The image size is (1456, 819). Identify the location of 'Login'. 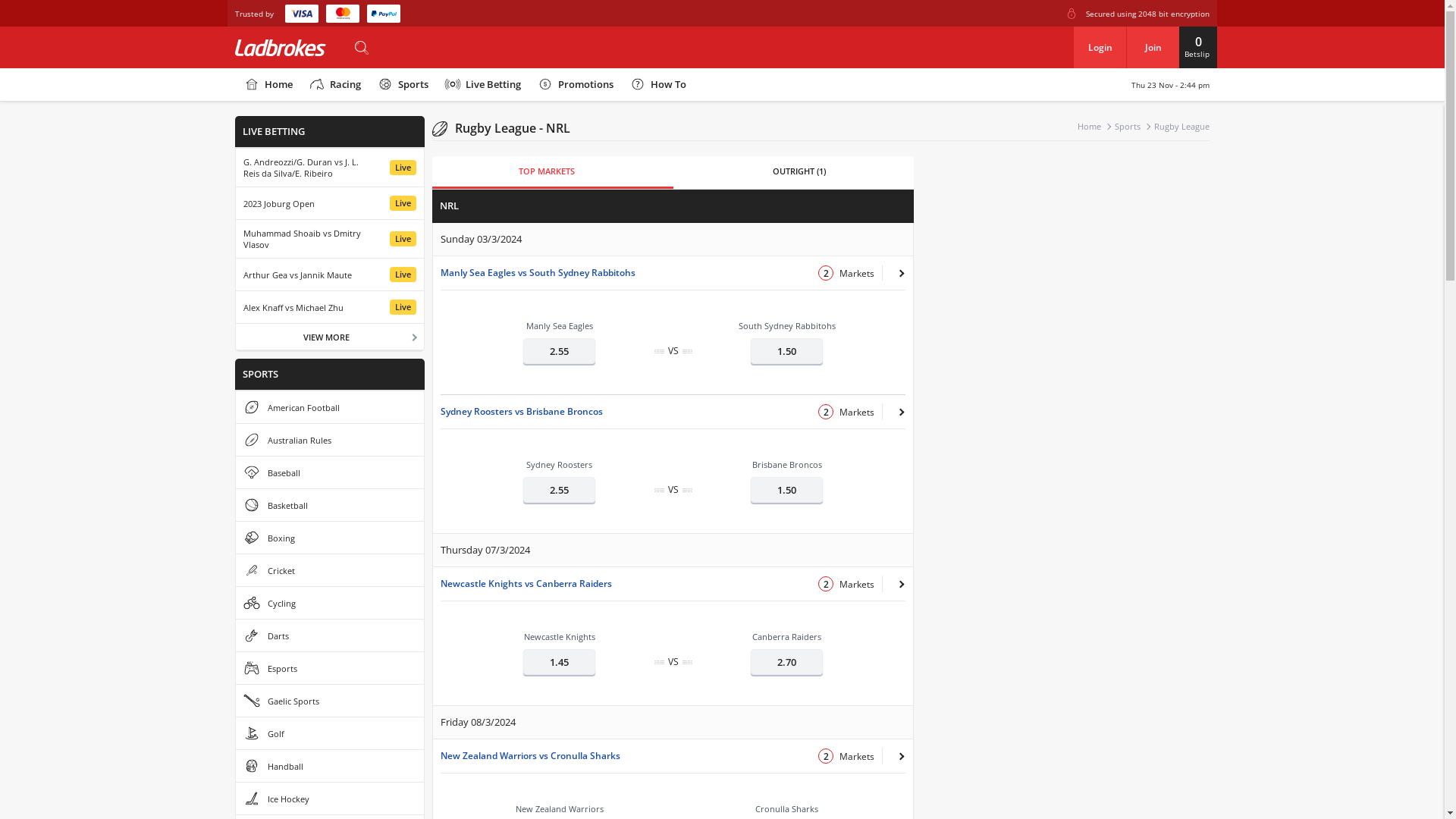
(1072, 46).